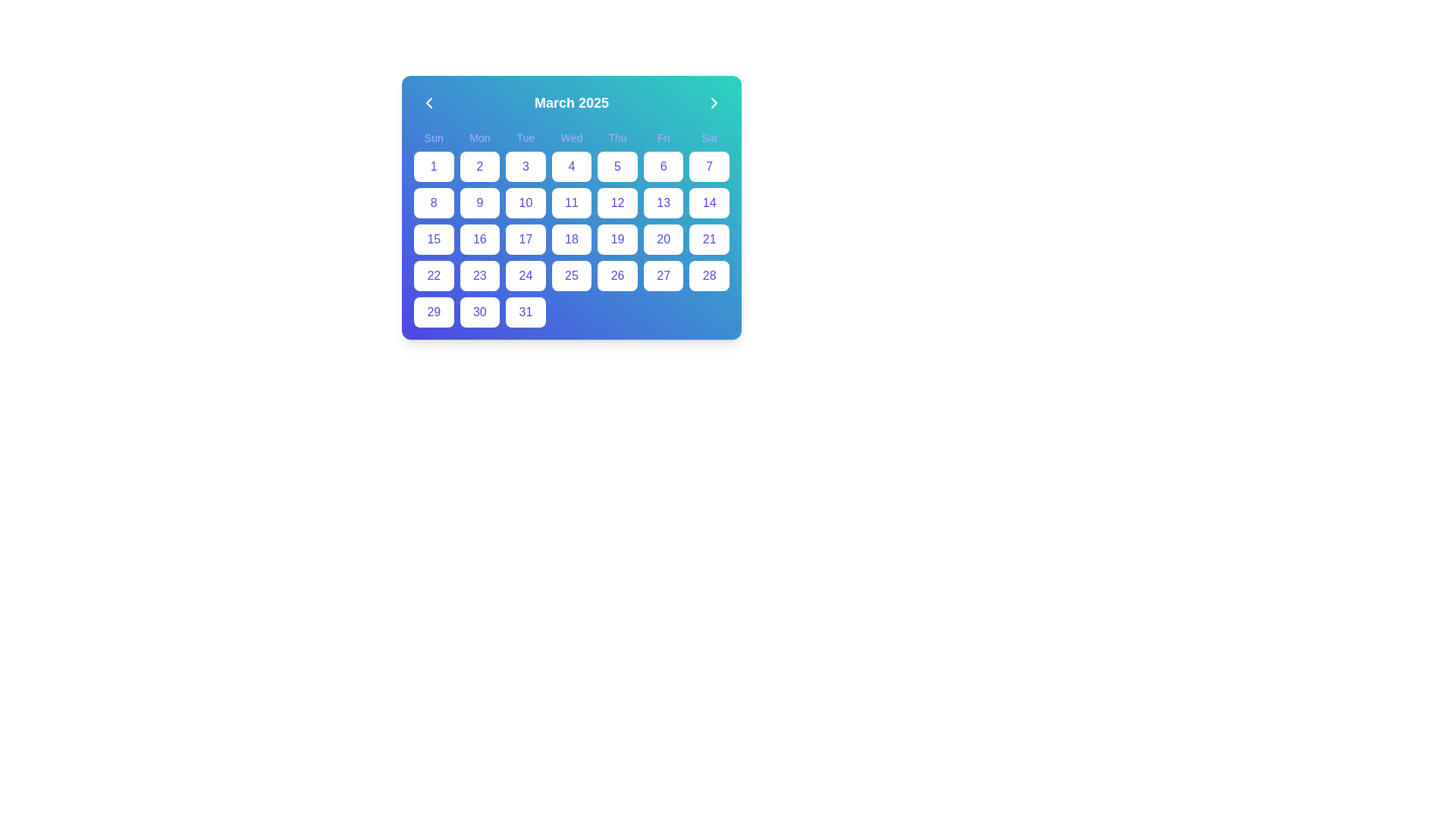  What do you see at coordinates (617, 239) in the screenshot?
I see `the date button` at bounding box center [617, 239].